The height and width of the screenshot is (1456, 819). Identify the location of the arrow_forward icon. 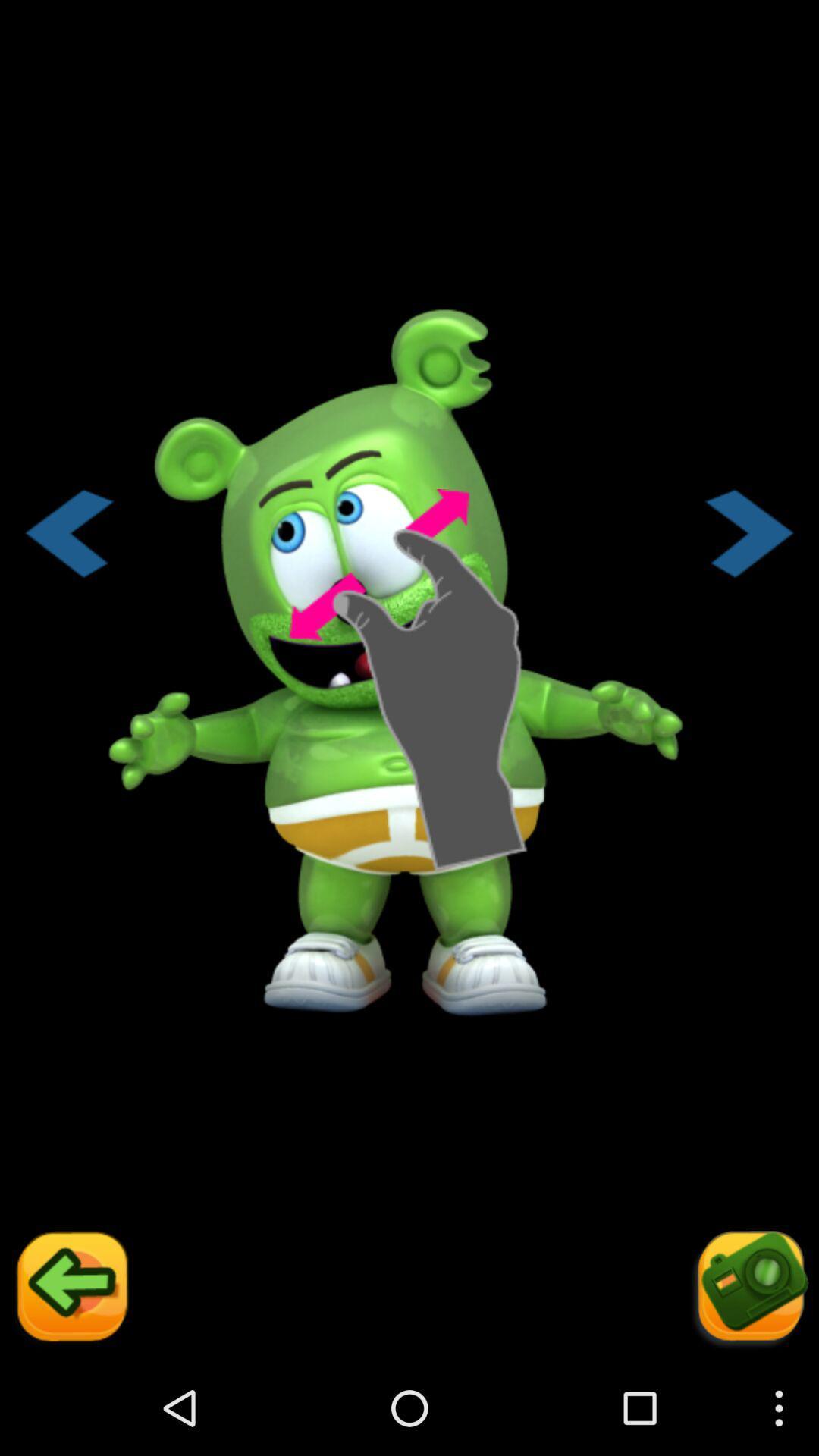
(749, 570).